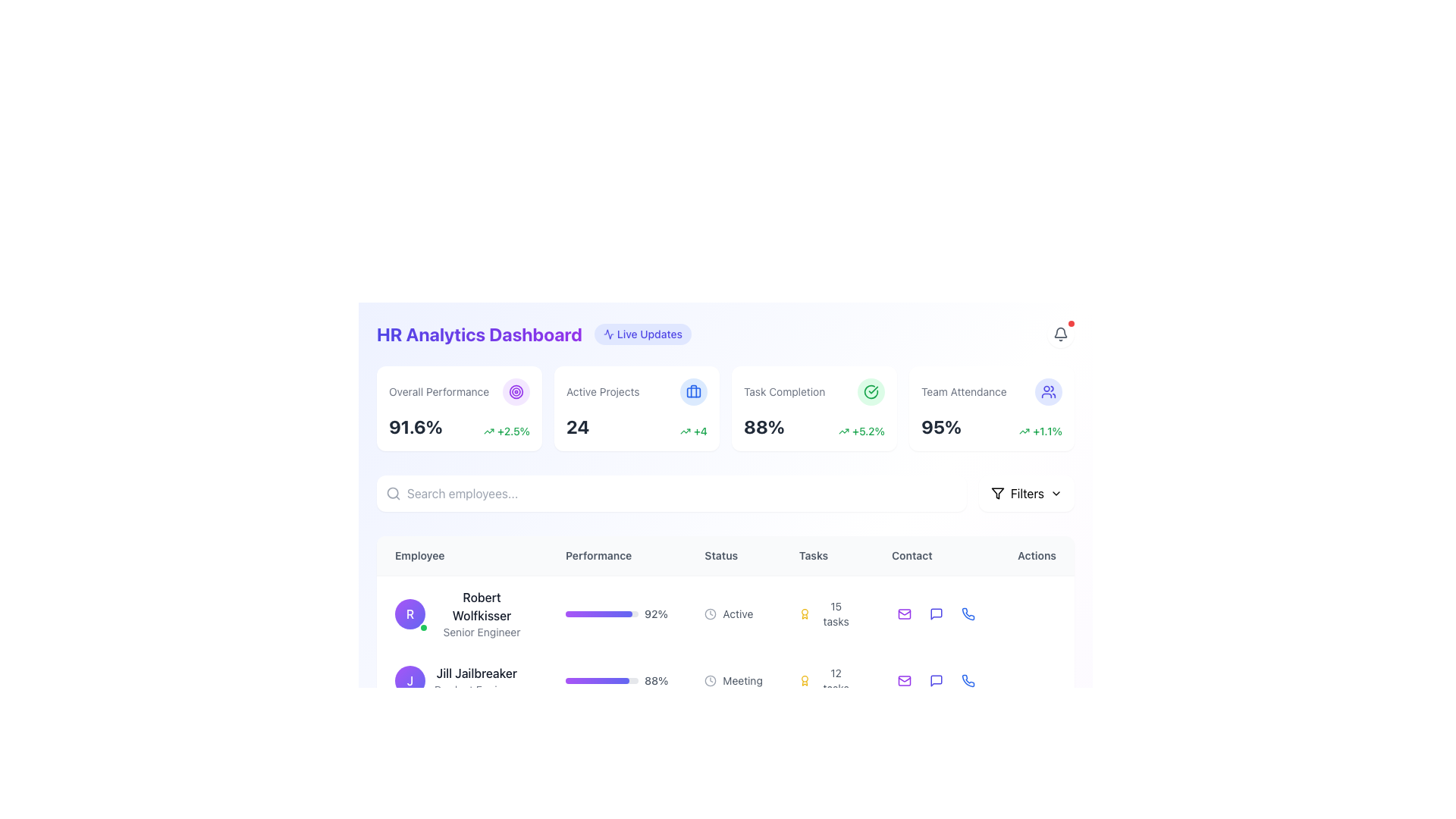  What do you see at coordinates (617, 556) in the screenshot?
I see `the 'Performance' text label, which is the second column header in a row of headers above the employee data table` at bounding box center [617, 556].